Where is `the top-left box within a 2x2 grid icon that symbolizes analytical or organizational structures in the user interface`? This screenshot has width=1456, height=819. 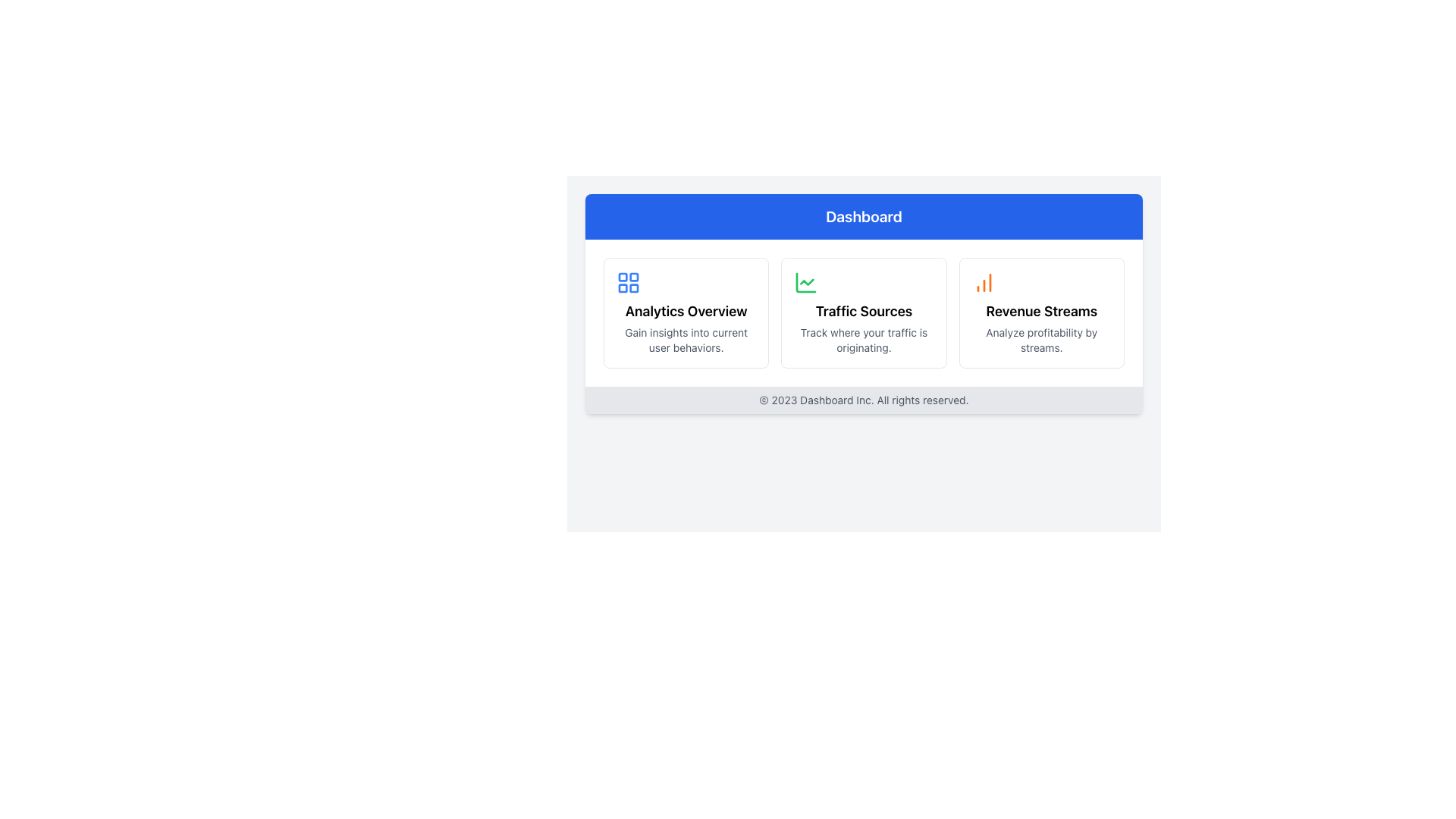
the top-left box within a 2x2 grid icon that symbolizes analytical or organizational structures in the user interface is located at coordinates (623, 277).